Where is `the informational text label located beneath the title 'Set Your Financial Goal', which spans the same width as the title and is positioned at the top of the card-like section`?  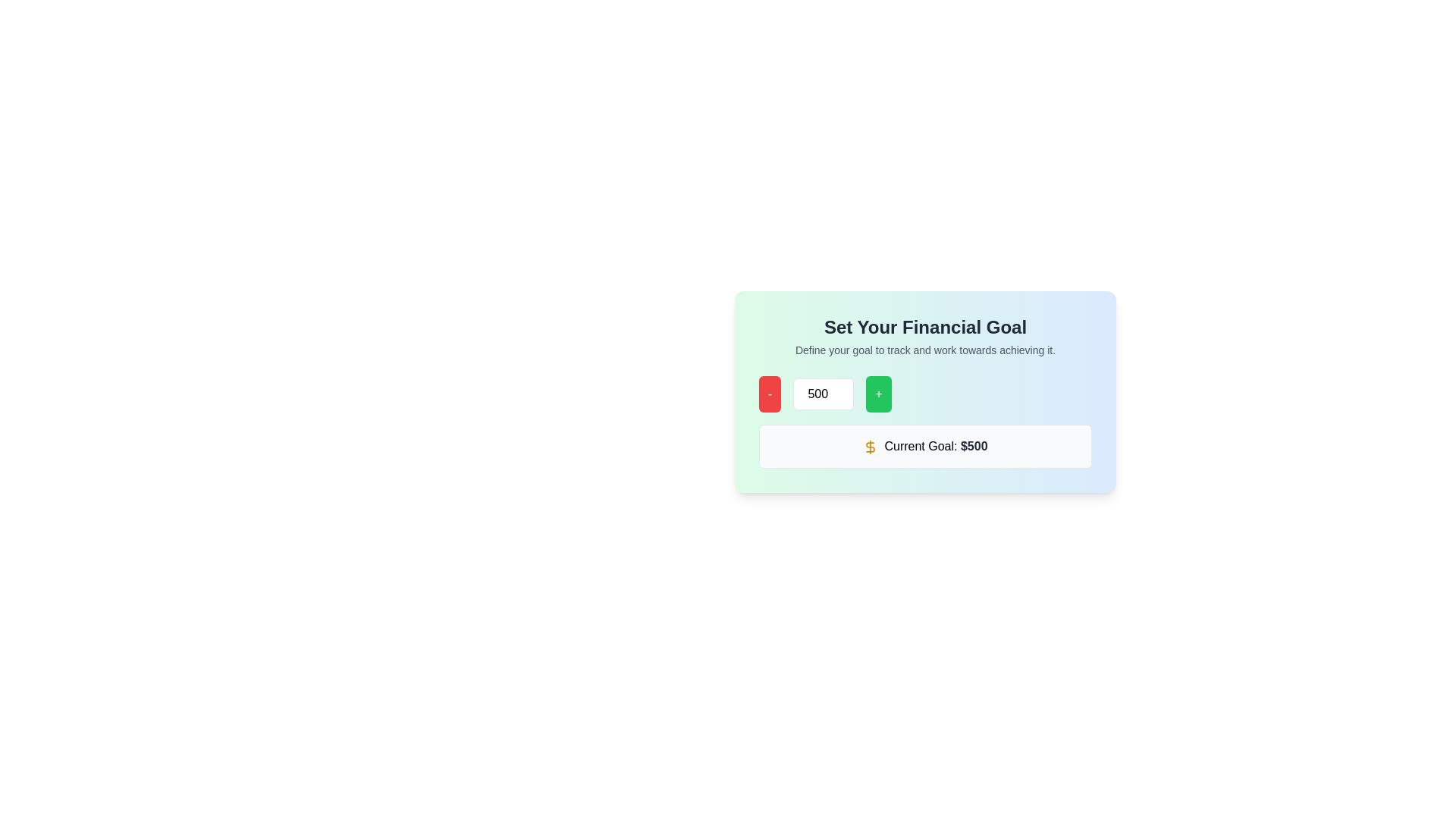 the informational text label located beneath the title 'Set Your Financial Goal', which spans the same width as the title and is positioned at the top of the card-like section is located at coordinates (924, 350).